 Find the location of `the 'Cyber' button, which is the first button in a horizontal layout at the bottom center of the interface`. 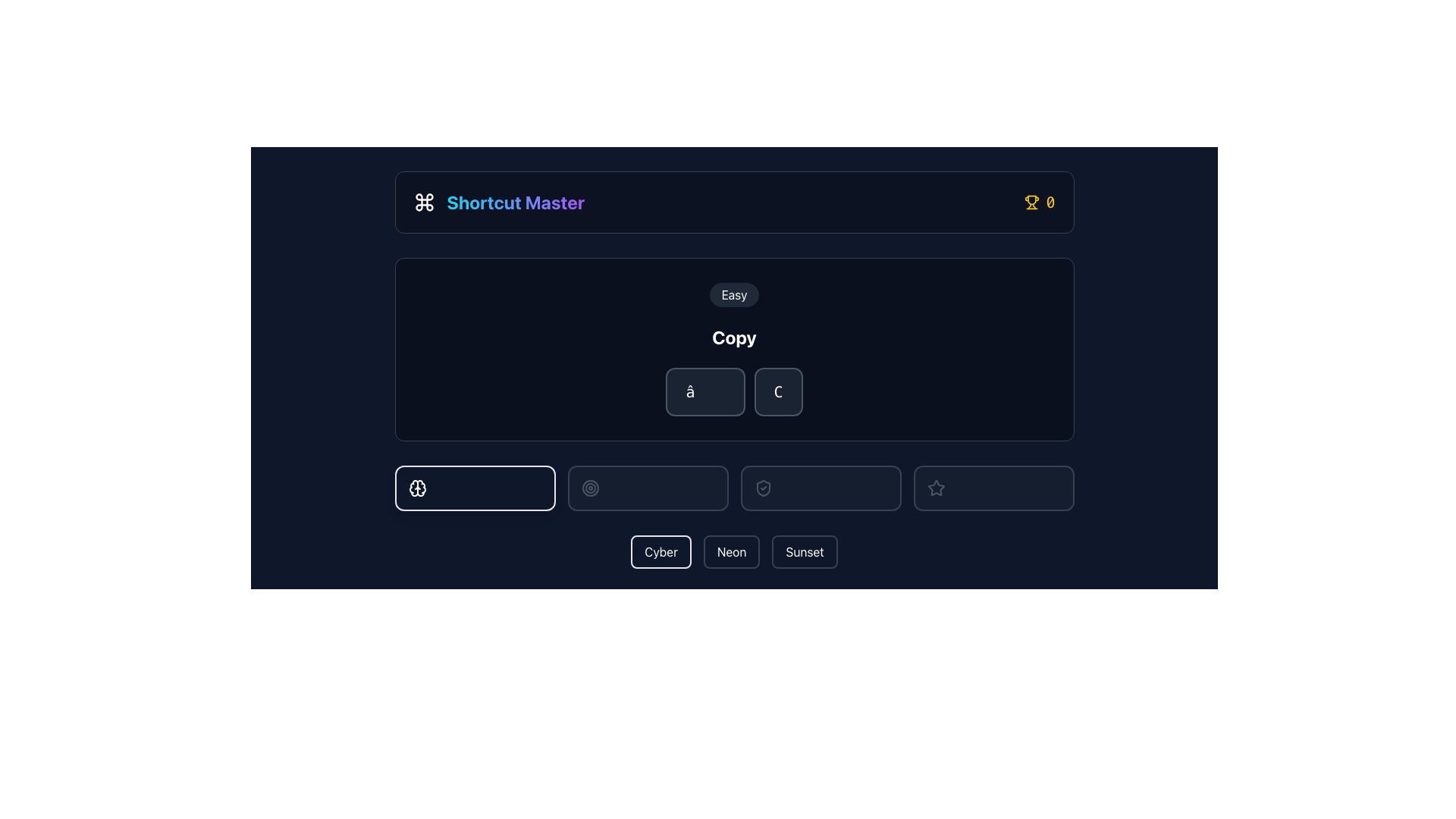

the 'Cyber' button, which is the first button in a horizontal layout at the bottom center of the interface is located at coordinates (661, 552).